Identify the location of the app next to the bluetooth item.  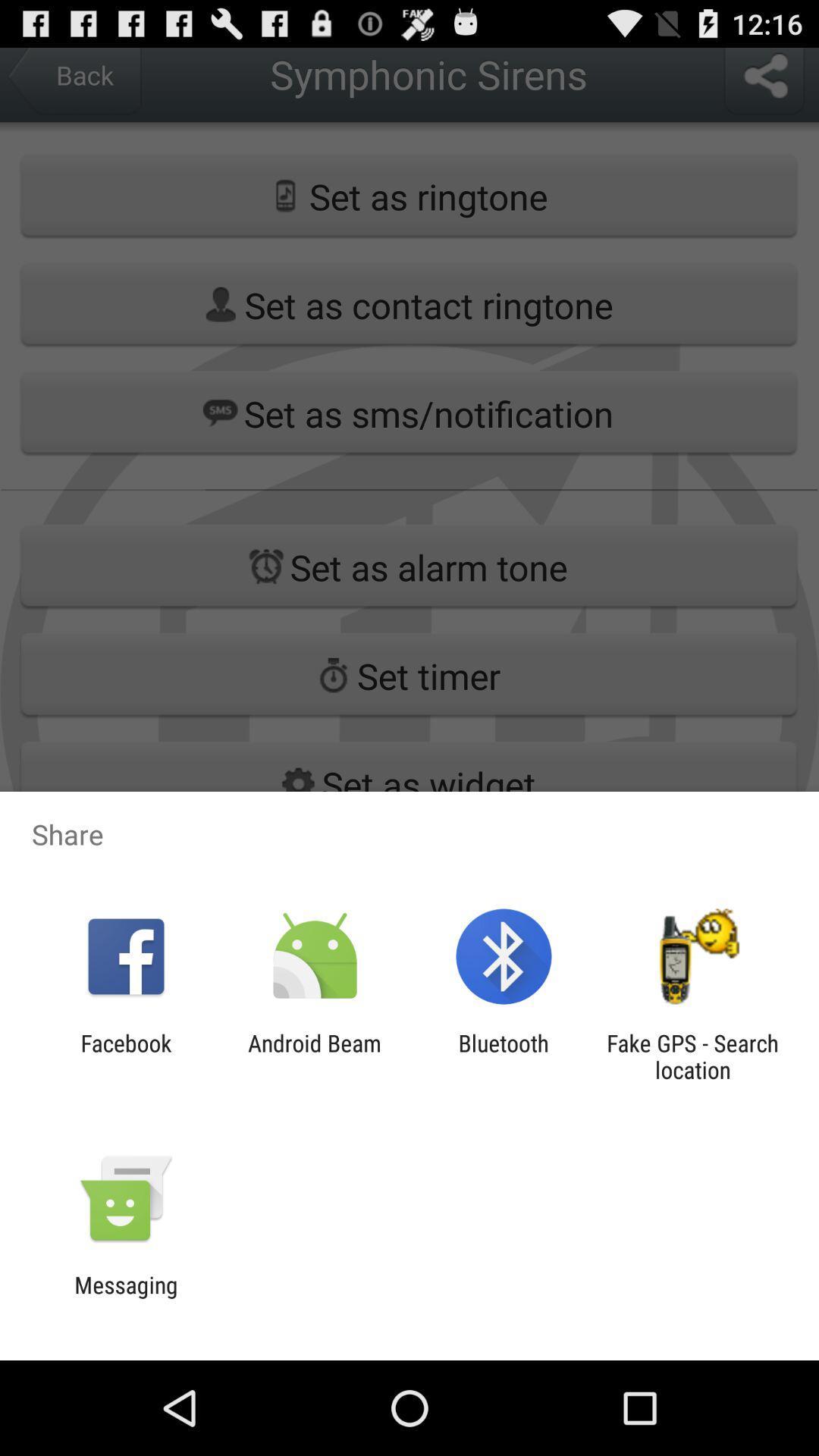
(314, 1056).